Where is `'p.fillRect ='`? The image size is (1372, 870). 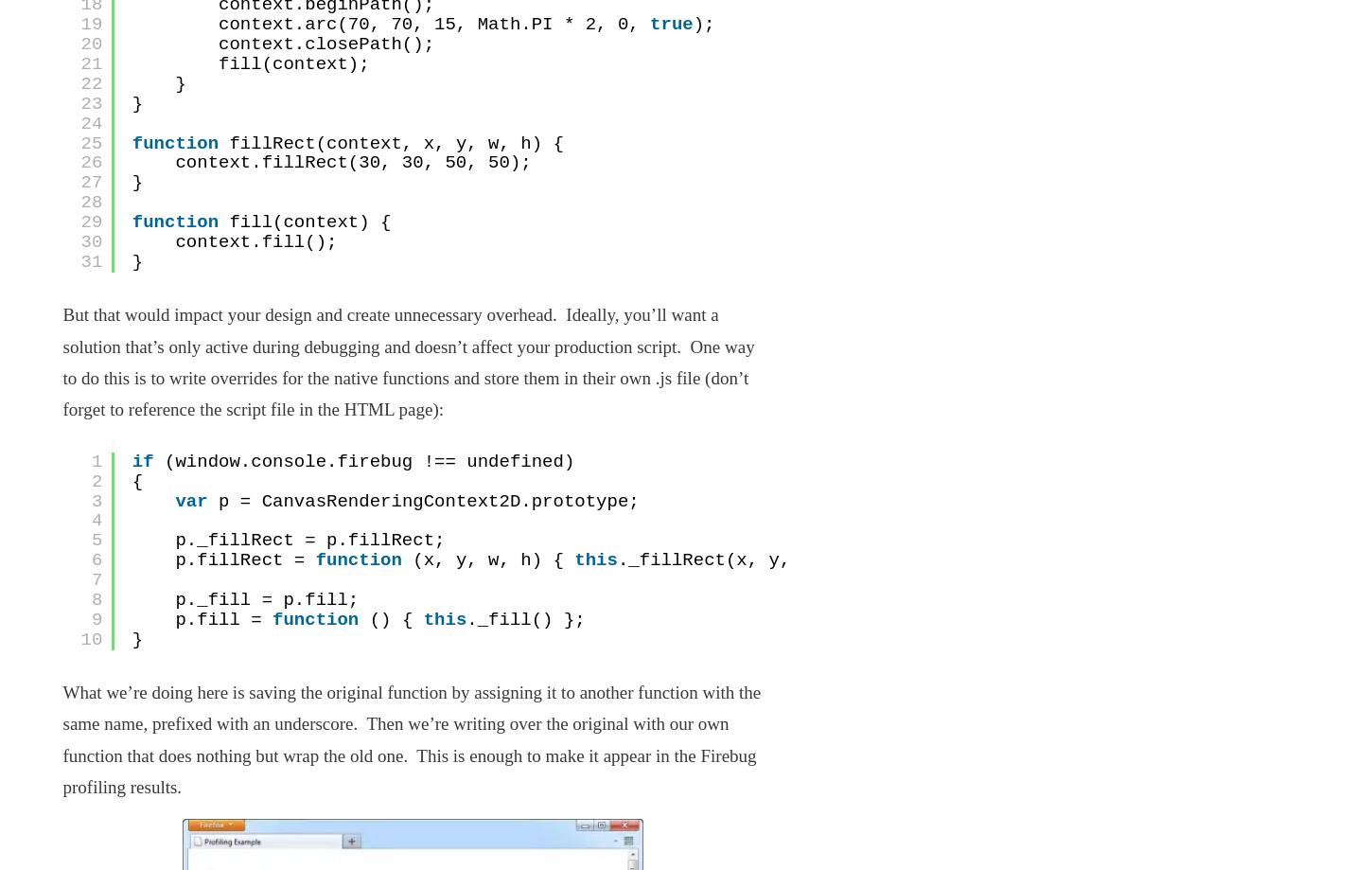 'p.fillRect =' is located at coordinates (244, 560).